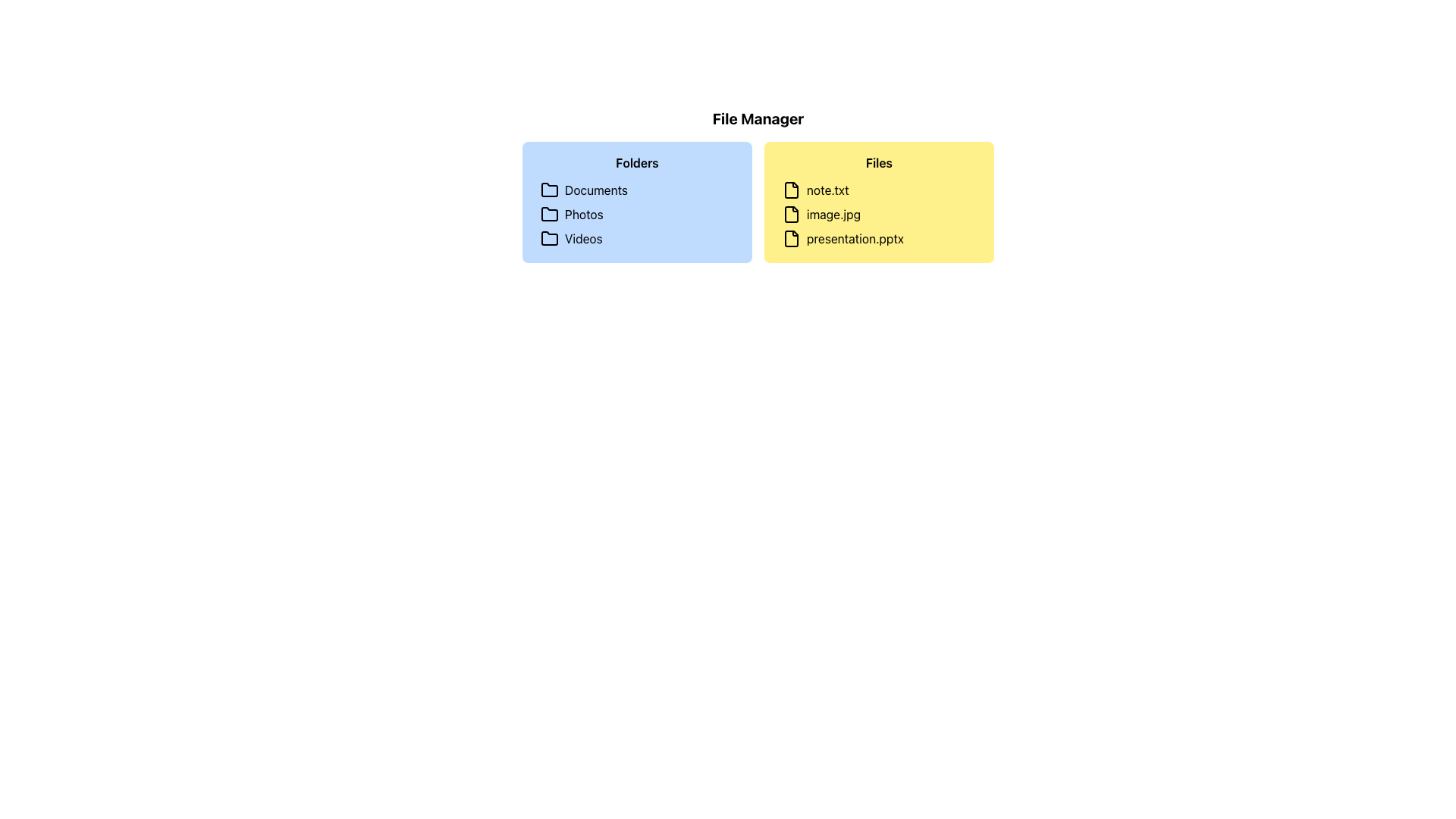  What do you see at coordinates (548, 214) in the screenshot?
I see `the 'Photos' folder icon, which is the second icon` at bounding box center [548, 214].